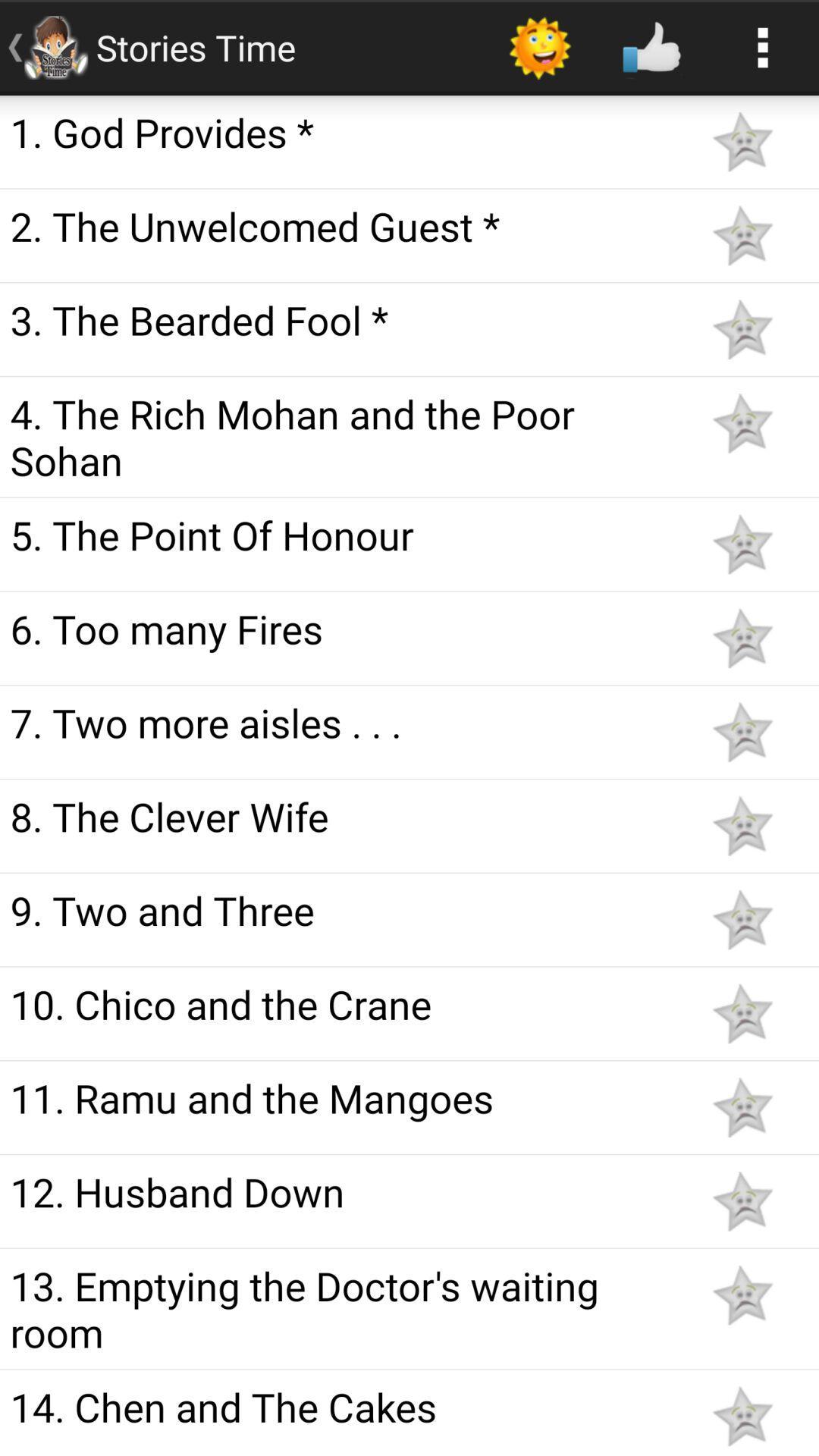 Image resolution: width=819 pixels, height=1456 pixels. Describe the element at coordinates (343, 1097) in the screenshot. I see `item above 12. husband down icon` at that location.